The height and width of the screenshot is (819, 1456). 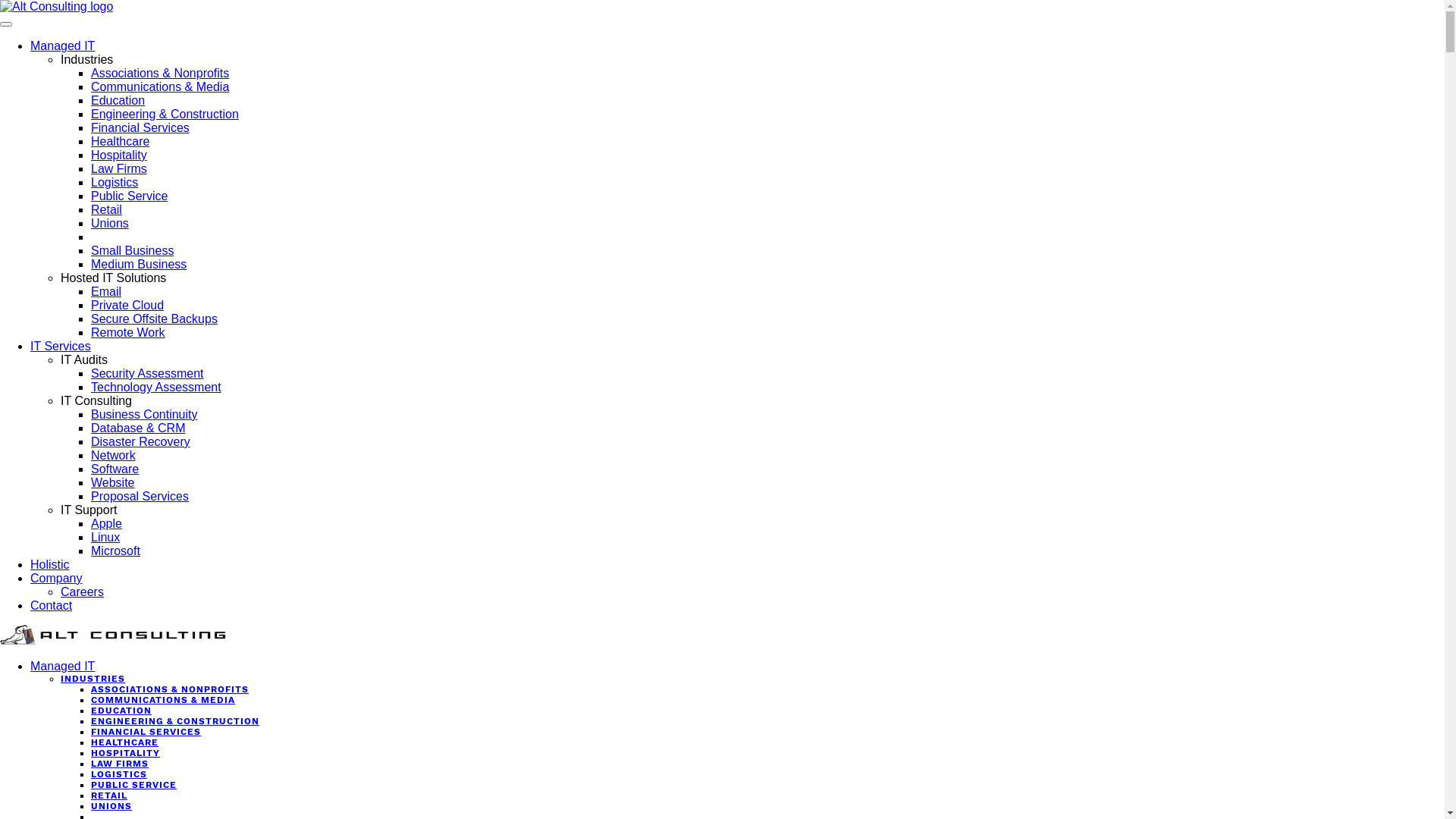 I want to click on 'Private Cloud', so click(x=127, y=305).